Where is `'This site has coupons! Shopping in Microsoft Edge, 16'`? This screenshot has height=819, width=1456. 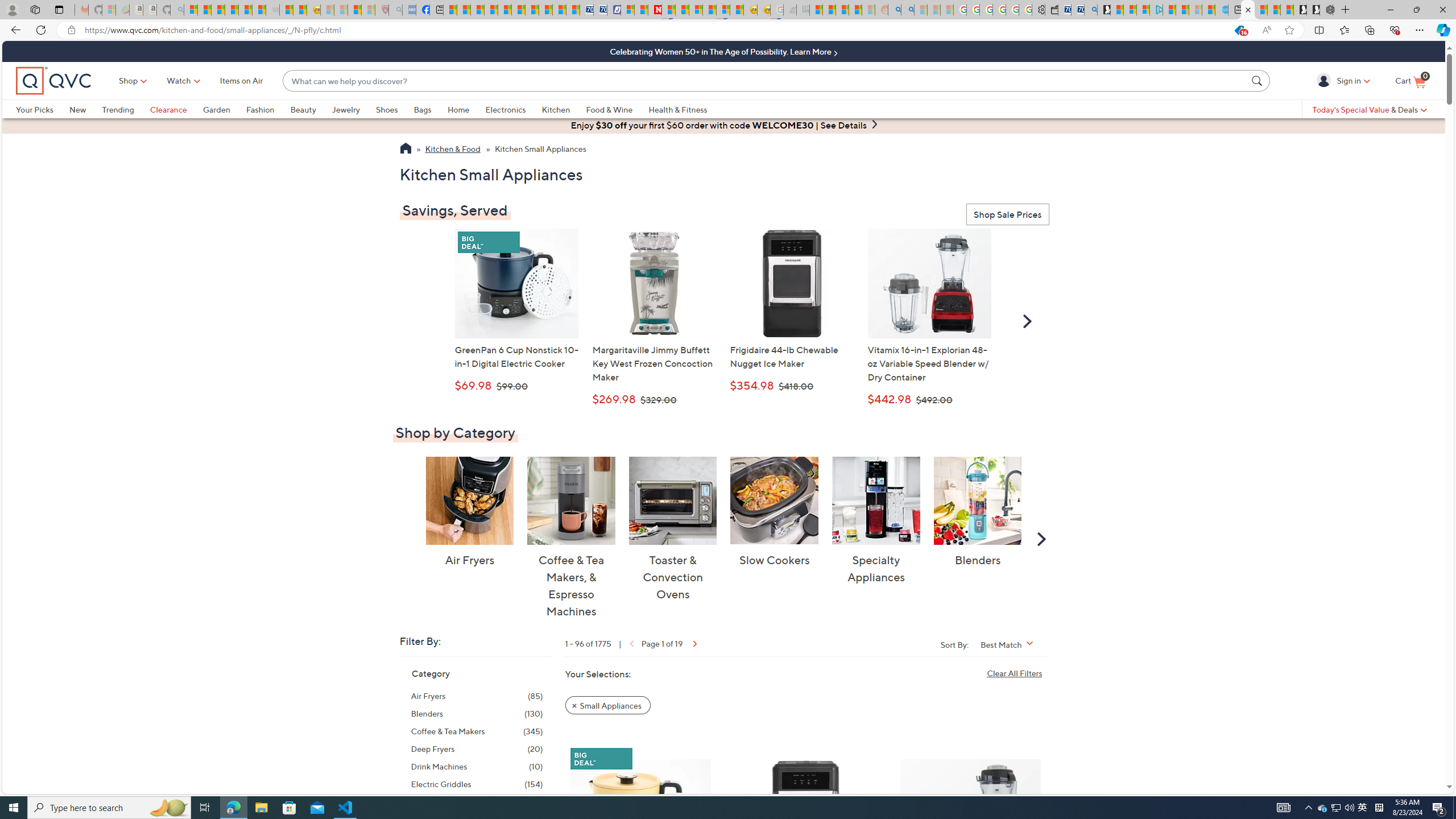 'This site has coupons! Shopping in Microsoft Edge, 16' is located at coordinates (1238, 30).